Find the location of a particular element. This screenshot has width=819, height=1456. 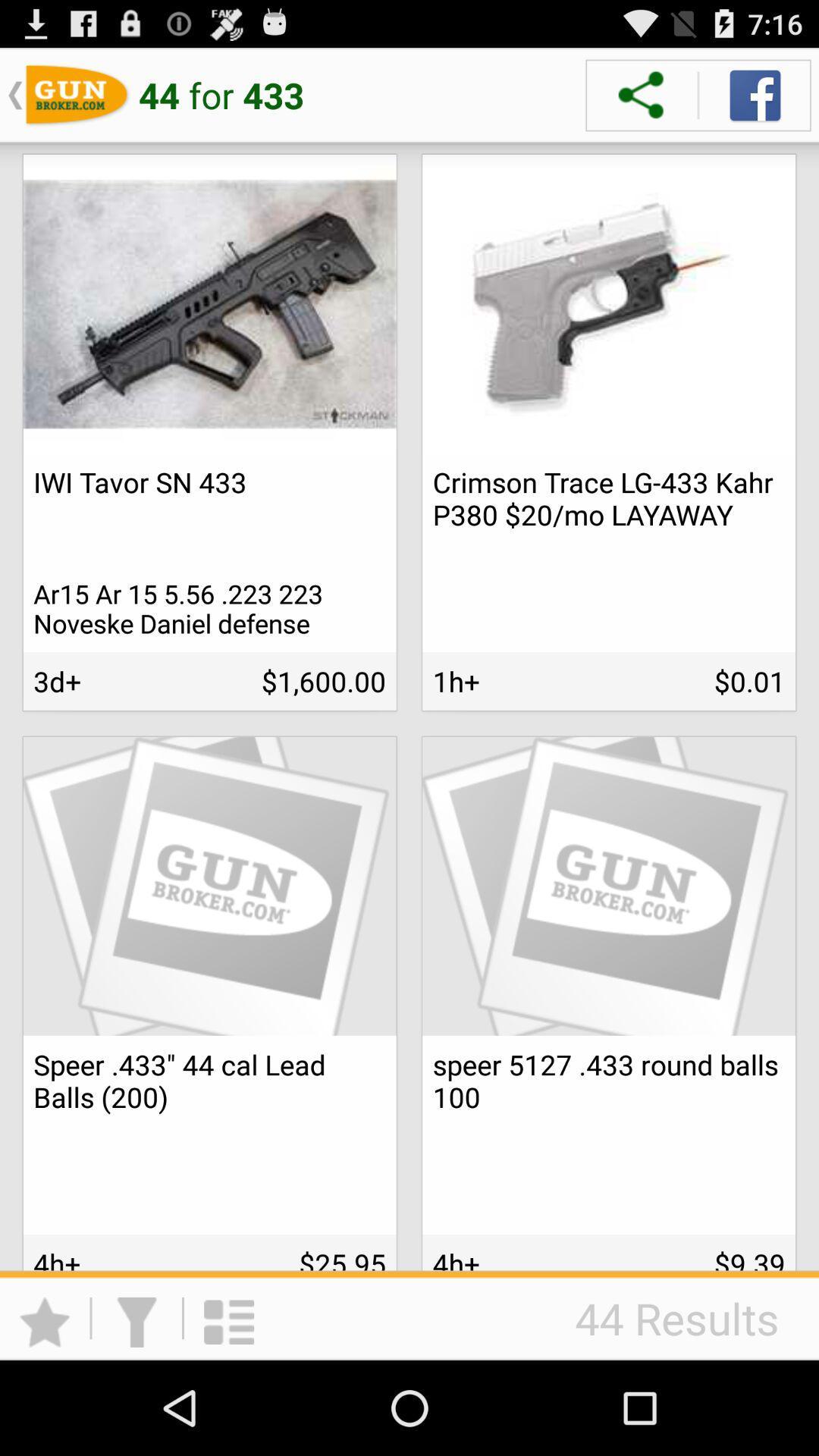

the sliders icon is located at coordinates (209, 1432).